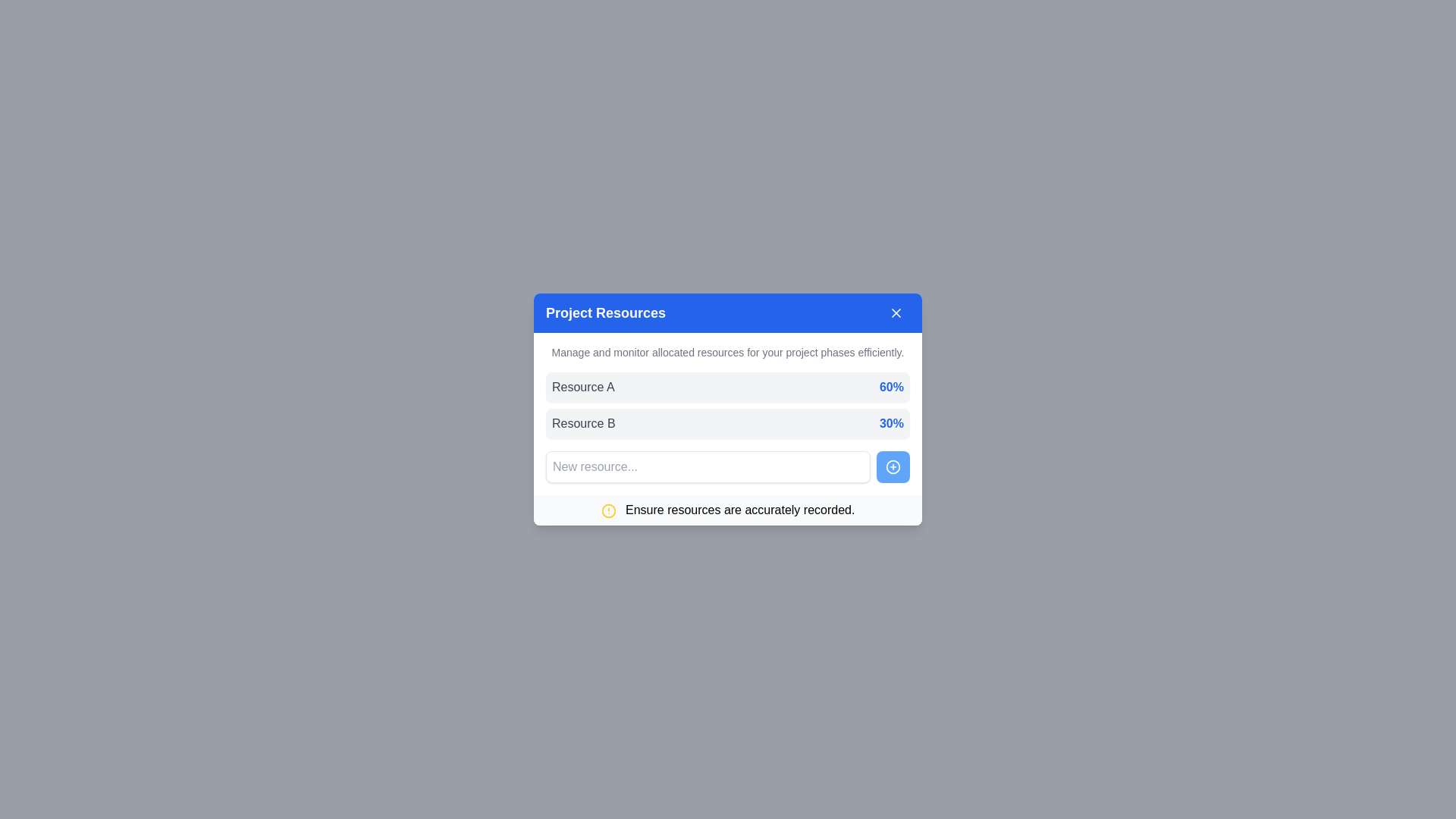 This screenshot has width=1456, height=819. What do you see at coordinates (893, 466) in the screenshot?
I see `the circular plus icon button with a blue background located at the bottom right corner of the 'Project Resources' dialog box` at bounding box center [893, 466].